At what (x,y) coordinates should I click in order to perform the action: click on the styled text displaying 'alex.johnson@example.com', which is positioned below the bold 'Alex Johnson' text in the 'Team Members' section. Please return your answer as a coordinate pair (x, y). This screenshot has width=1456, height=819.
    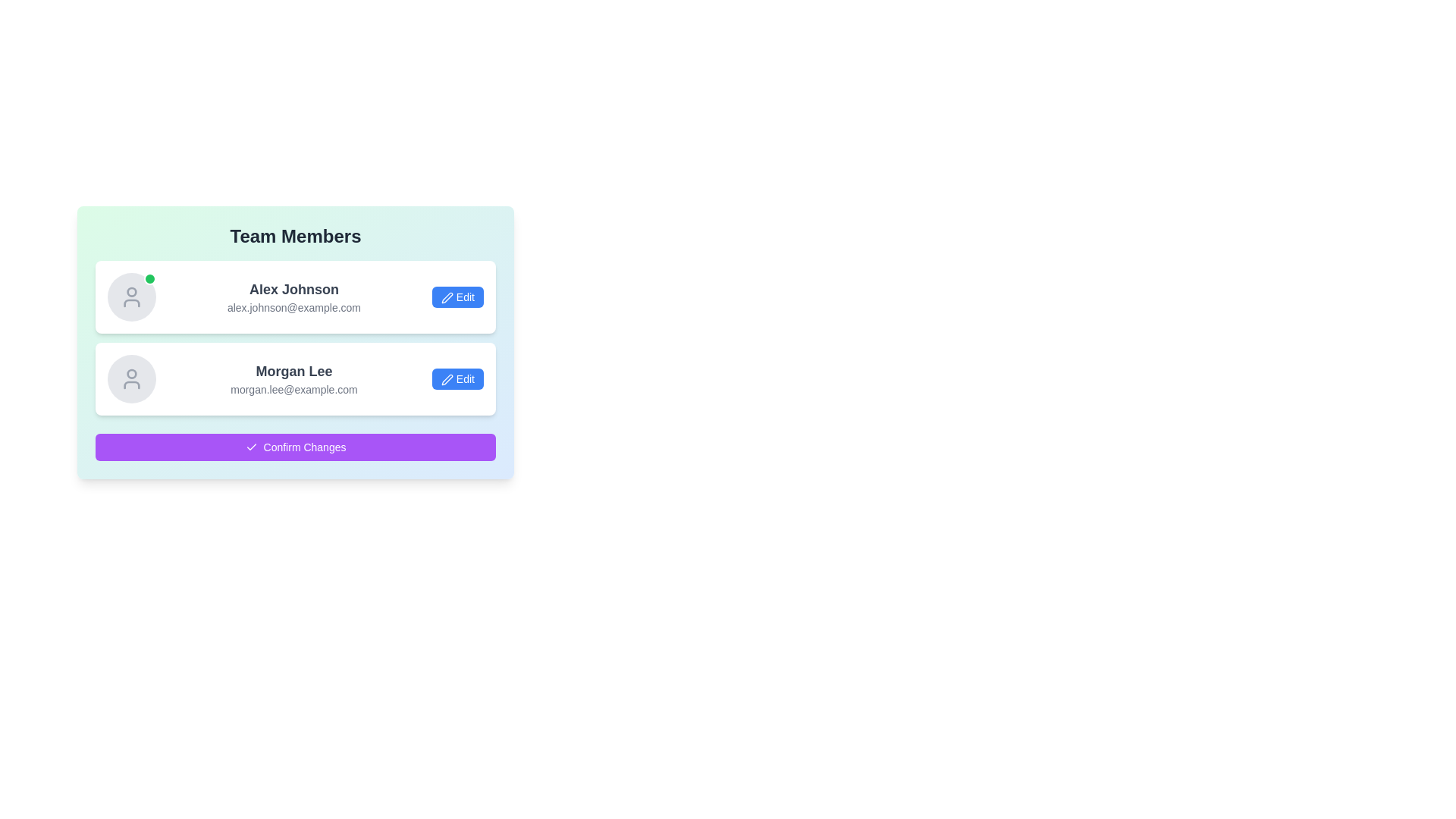
    Looking at the image, I should click on (294, 307).